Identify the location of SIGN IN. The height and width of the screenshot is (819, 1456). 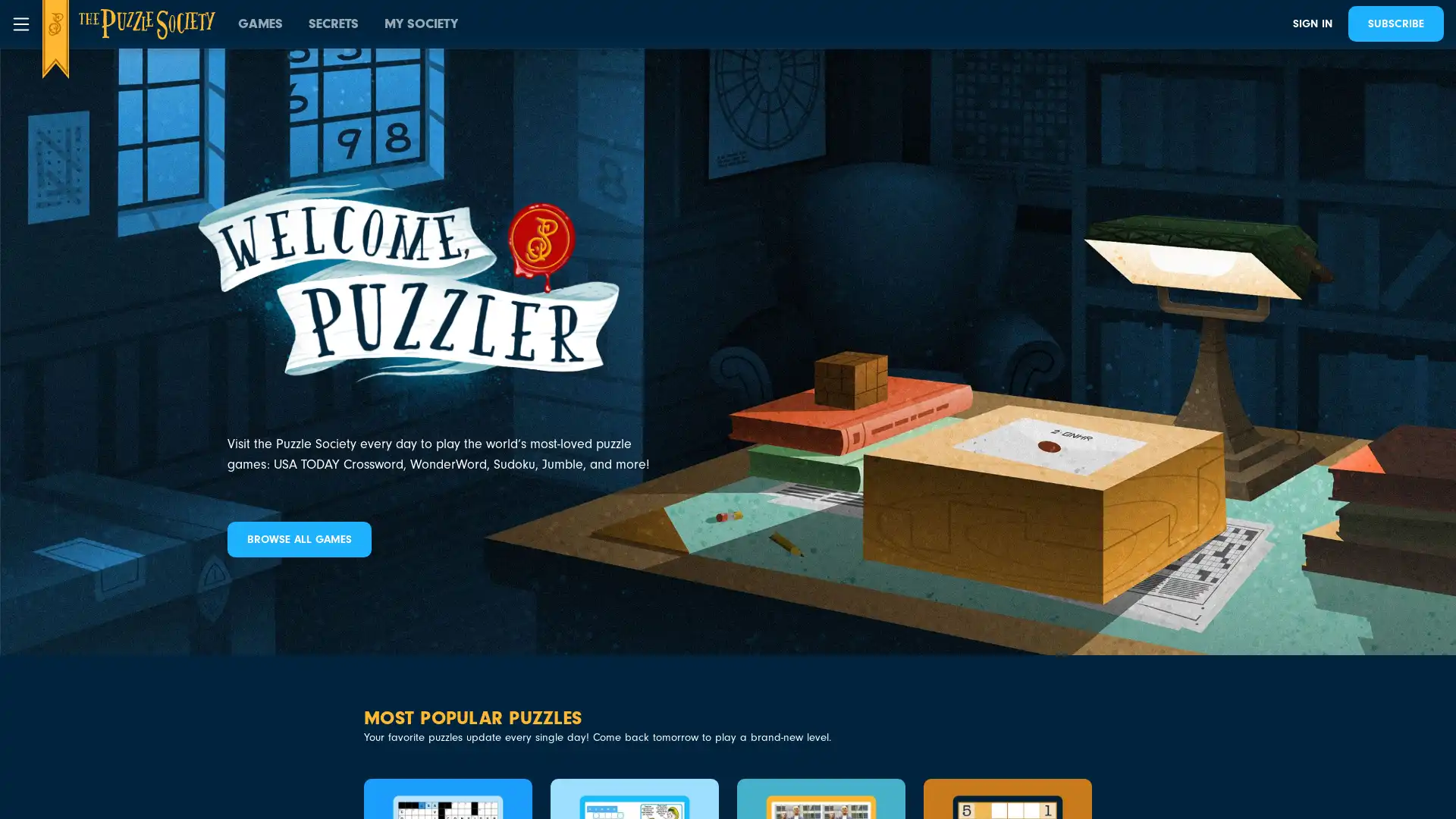
(1312, 24).